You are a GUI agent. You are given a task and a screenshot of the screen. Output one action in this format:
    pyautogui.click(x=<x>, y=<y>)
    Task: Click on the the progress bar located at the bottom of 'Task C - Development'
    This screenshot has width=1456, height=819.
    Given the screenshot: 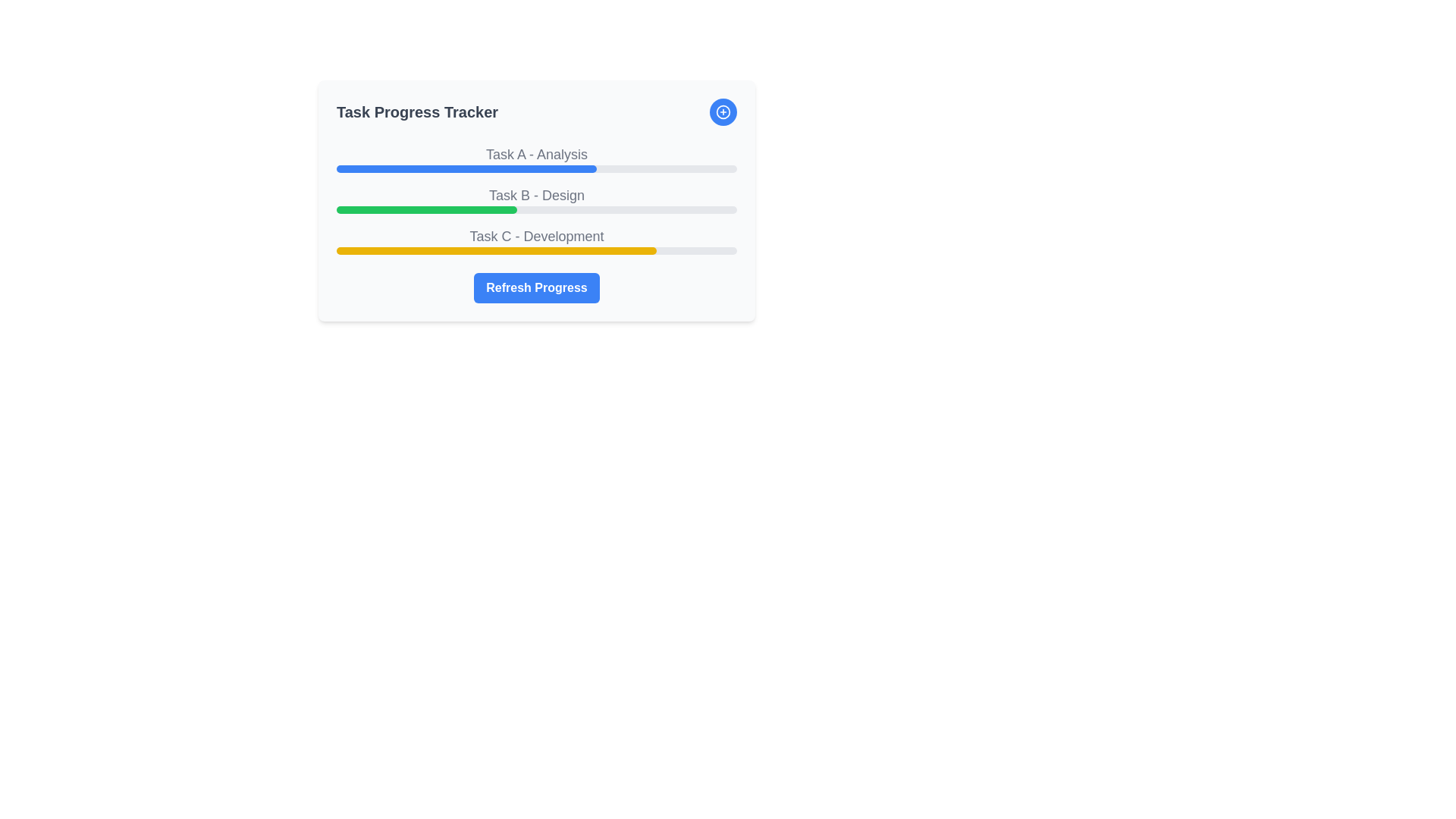 What is the action you would take?
    pyautogui.click(x=537, y=250)
    